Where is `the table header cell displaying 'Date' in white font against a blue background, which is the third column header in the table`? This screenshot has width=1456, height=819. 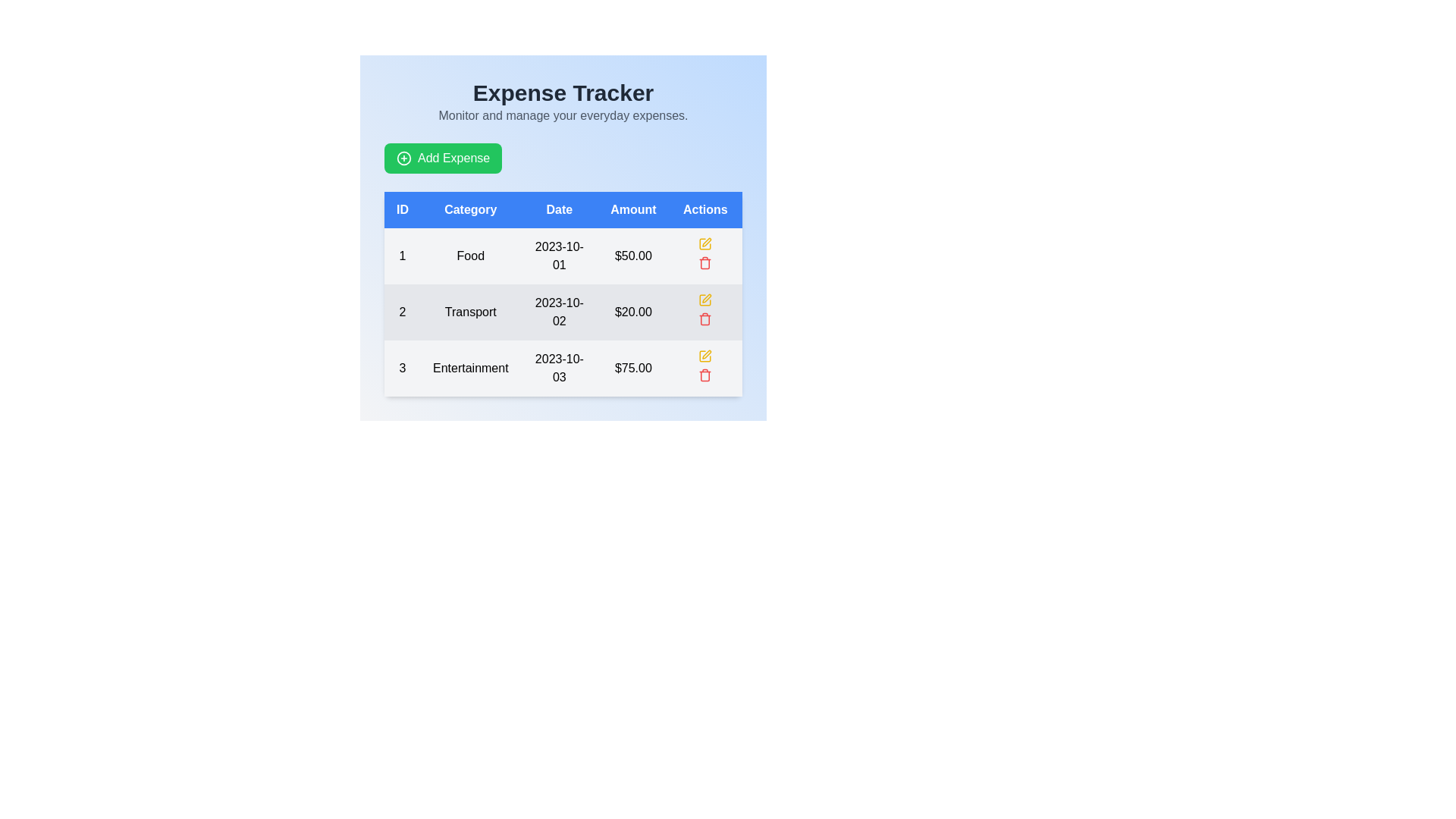
the table header cell displaying 'Date' in white font against a blue background, which is the third column header in the table is located at coordinates (558, 210).